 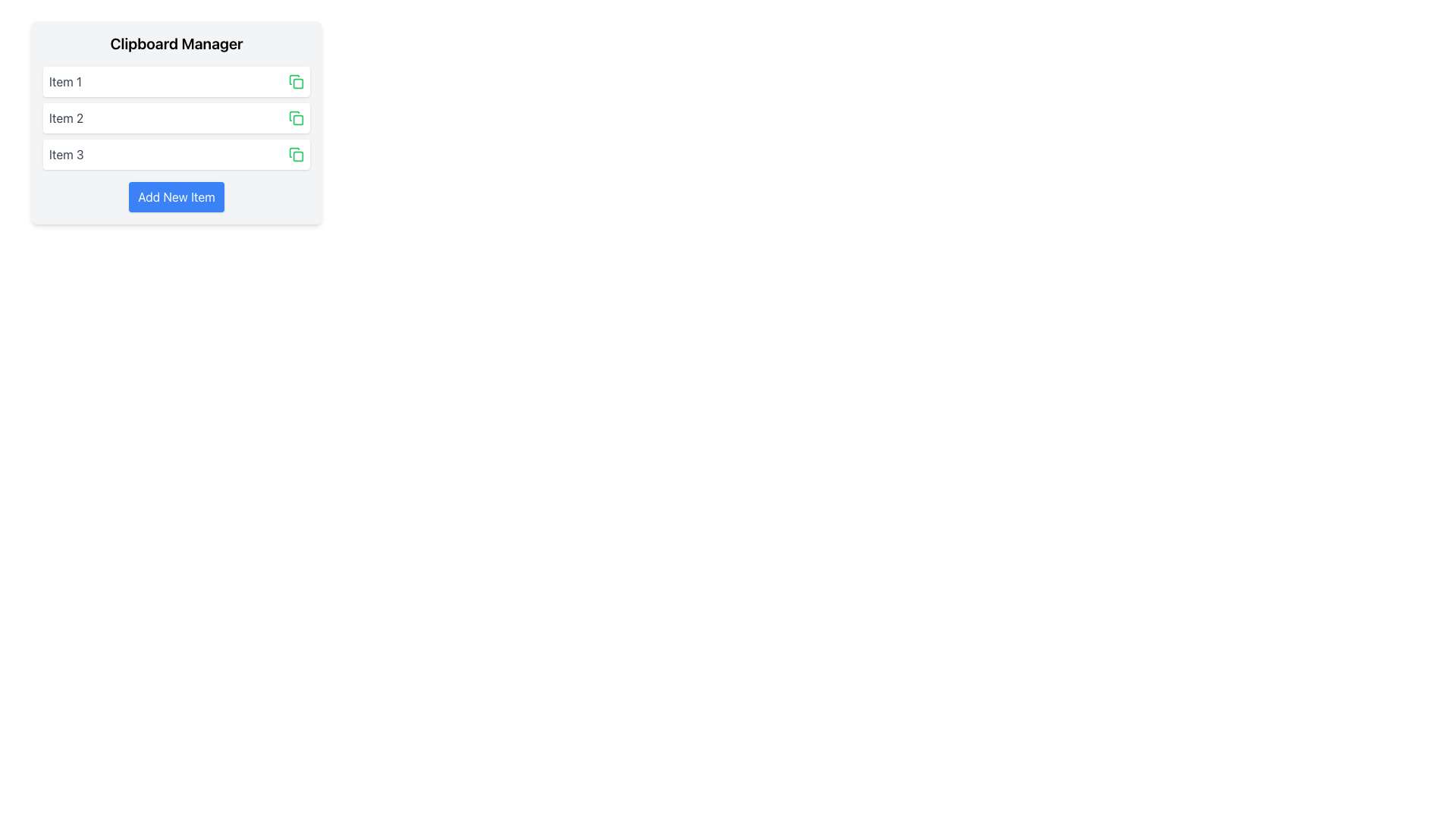 I want to click on the copy button located to the right of the 'Item 1' label in the Clipboard Manager section, so click(x=296, y=82).